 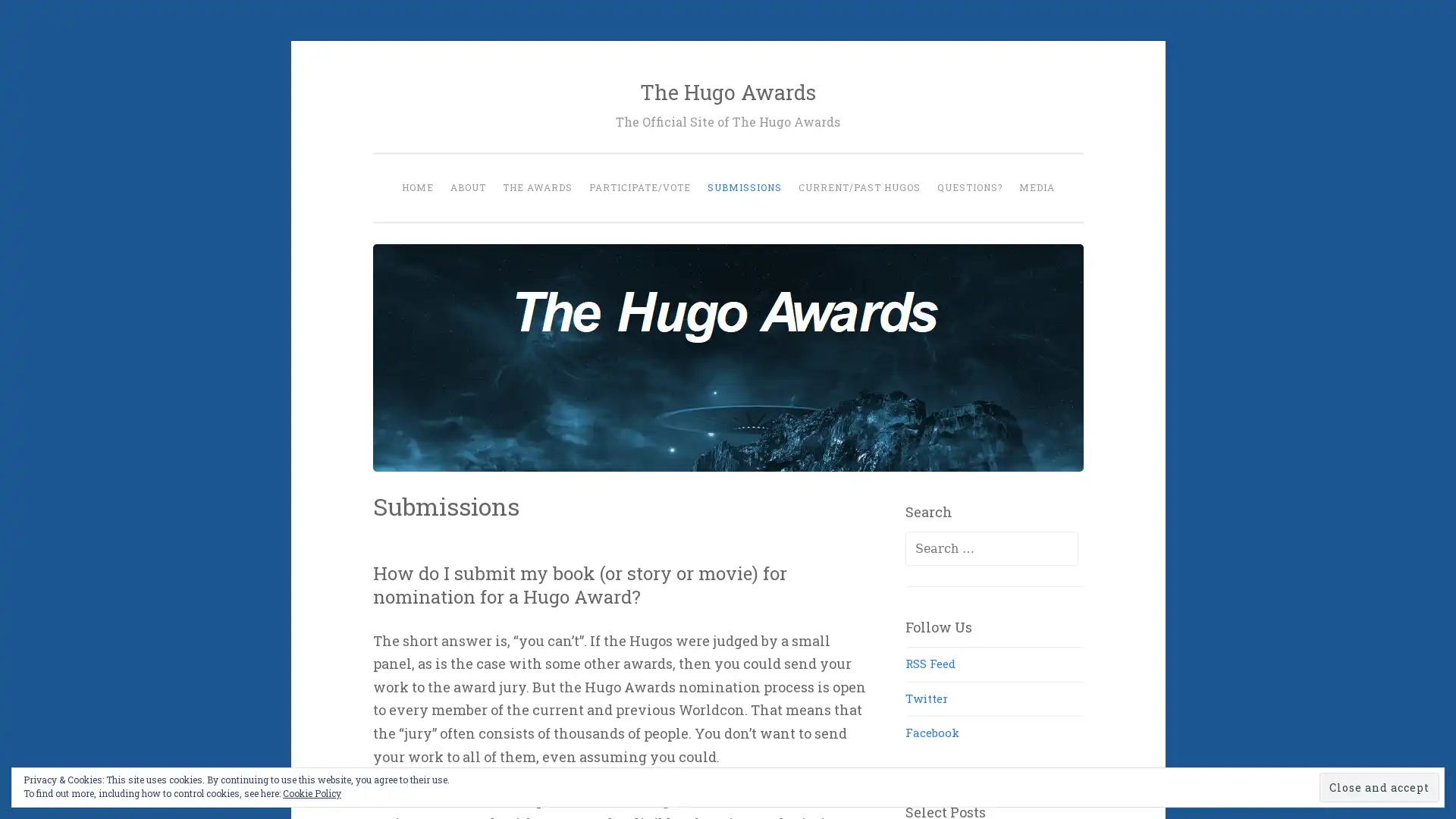 What do you see at coordinates (1379, 786) in the screenshot?
I see `Close and accept` at bounding box center [1379, 786].